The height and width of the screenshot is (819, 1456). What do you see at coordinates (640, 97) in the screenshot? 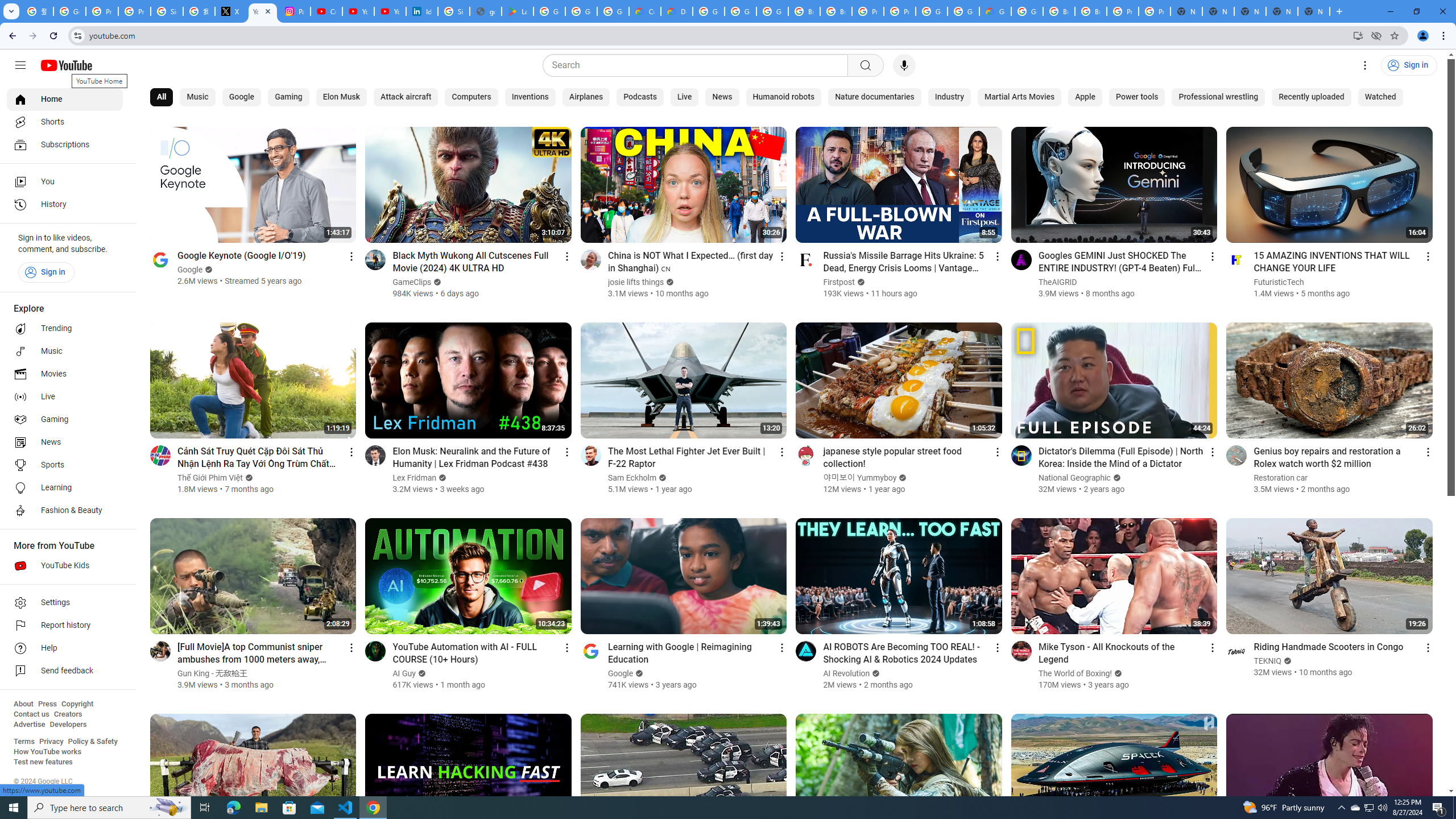
I see `'Podcasts'` at bounding box center [640, 97].